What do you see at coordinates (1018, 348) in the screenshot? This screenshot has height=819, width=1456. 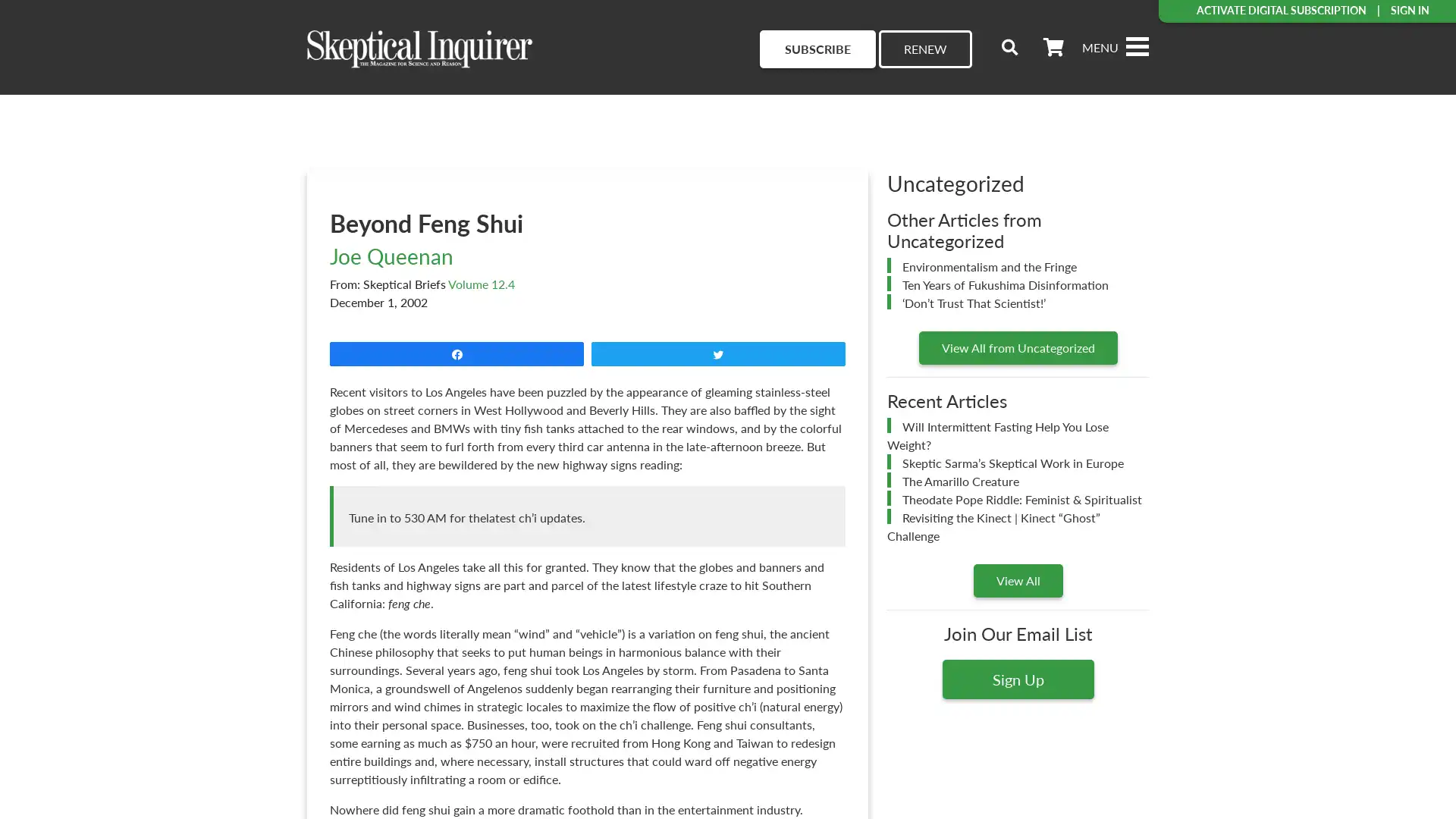 I see `View All from Uncategorized` at bounding box center [1018, 348].